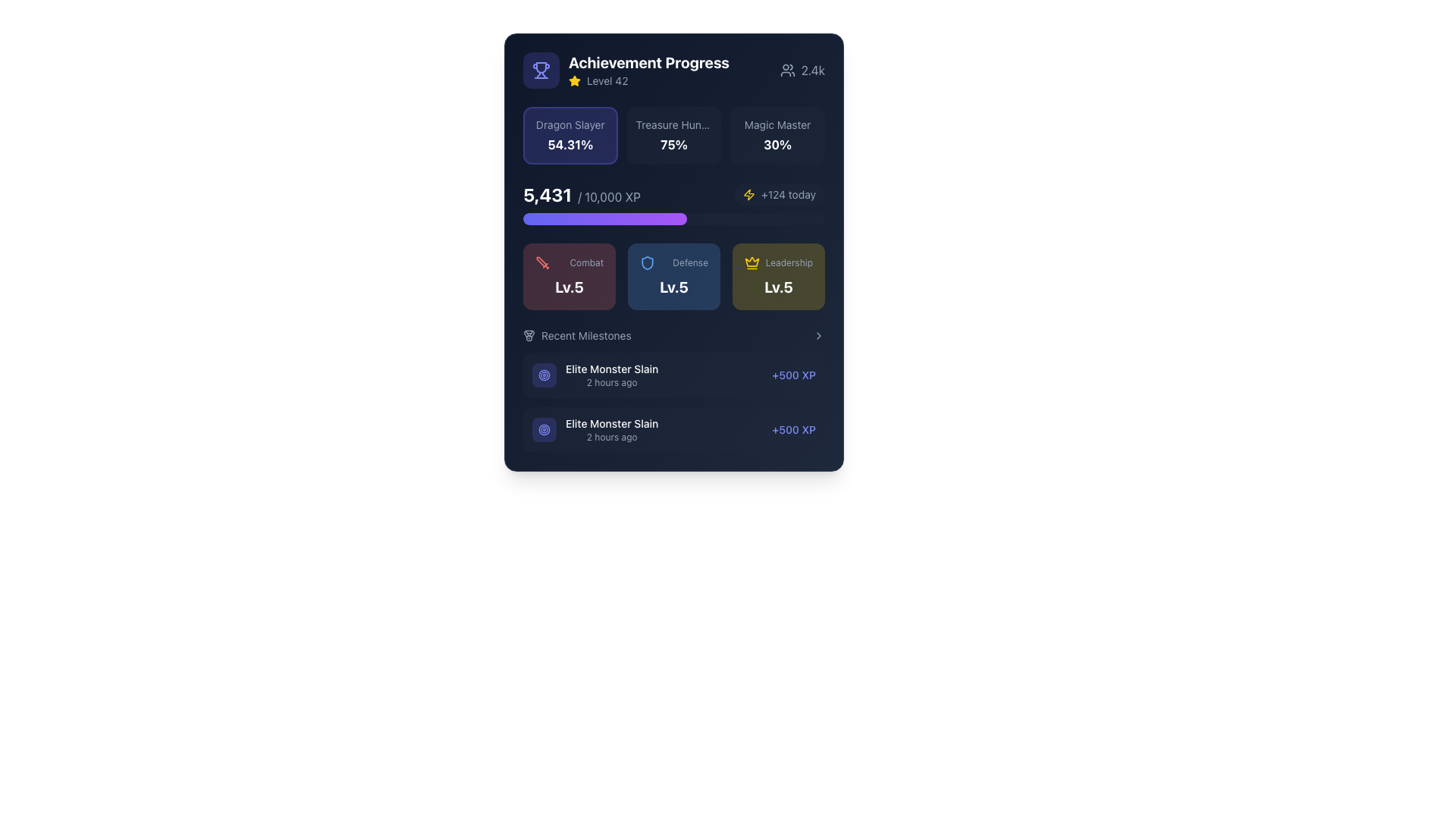 Image resolution: width=1456 pixels, height=819 pixels. I want to click on the forward-navigation icon located at the far right of the 'Recent Milestones' section for visual feedback, so click(818, 335).